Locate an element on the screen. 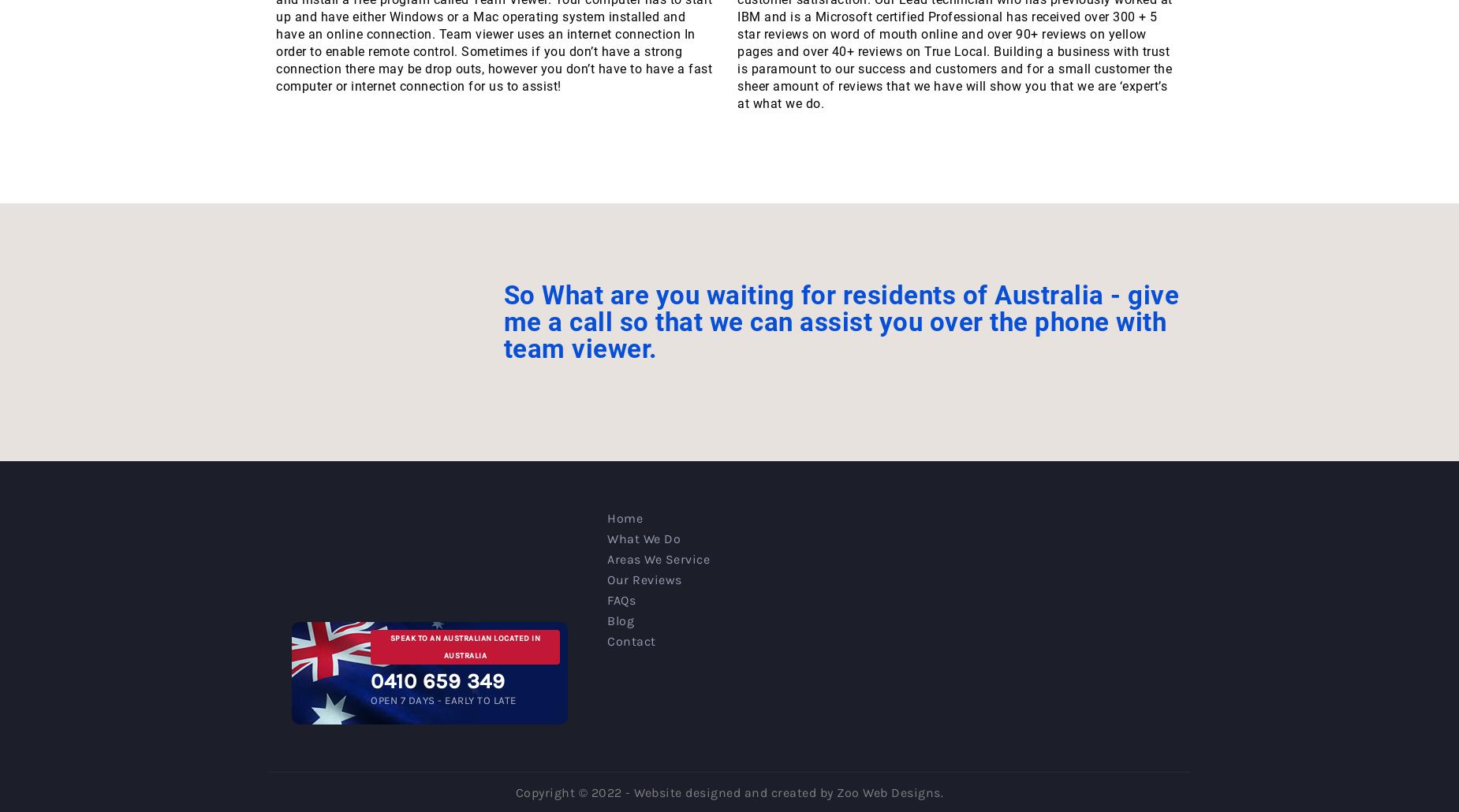 This screenshot has height=812, width=1459. 'Contact' is located at coordinates (631, 639).